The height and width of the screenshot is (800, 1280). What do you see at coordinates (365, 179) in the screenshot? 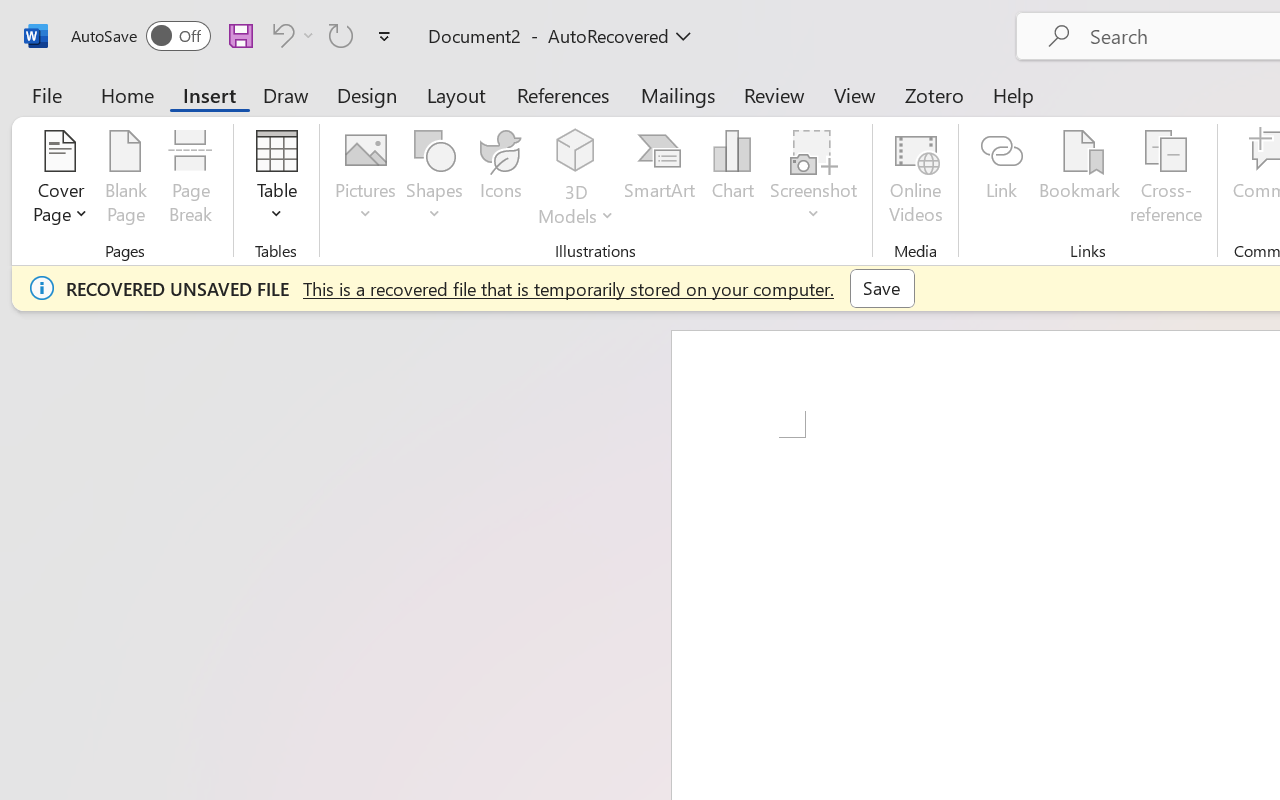
I see `'Pictures'` at bounding box center [365, 179].